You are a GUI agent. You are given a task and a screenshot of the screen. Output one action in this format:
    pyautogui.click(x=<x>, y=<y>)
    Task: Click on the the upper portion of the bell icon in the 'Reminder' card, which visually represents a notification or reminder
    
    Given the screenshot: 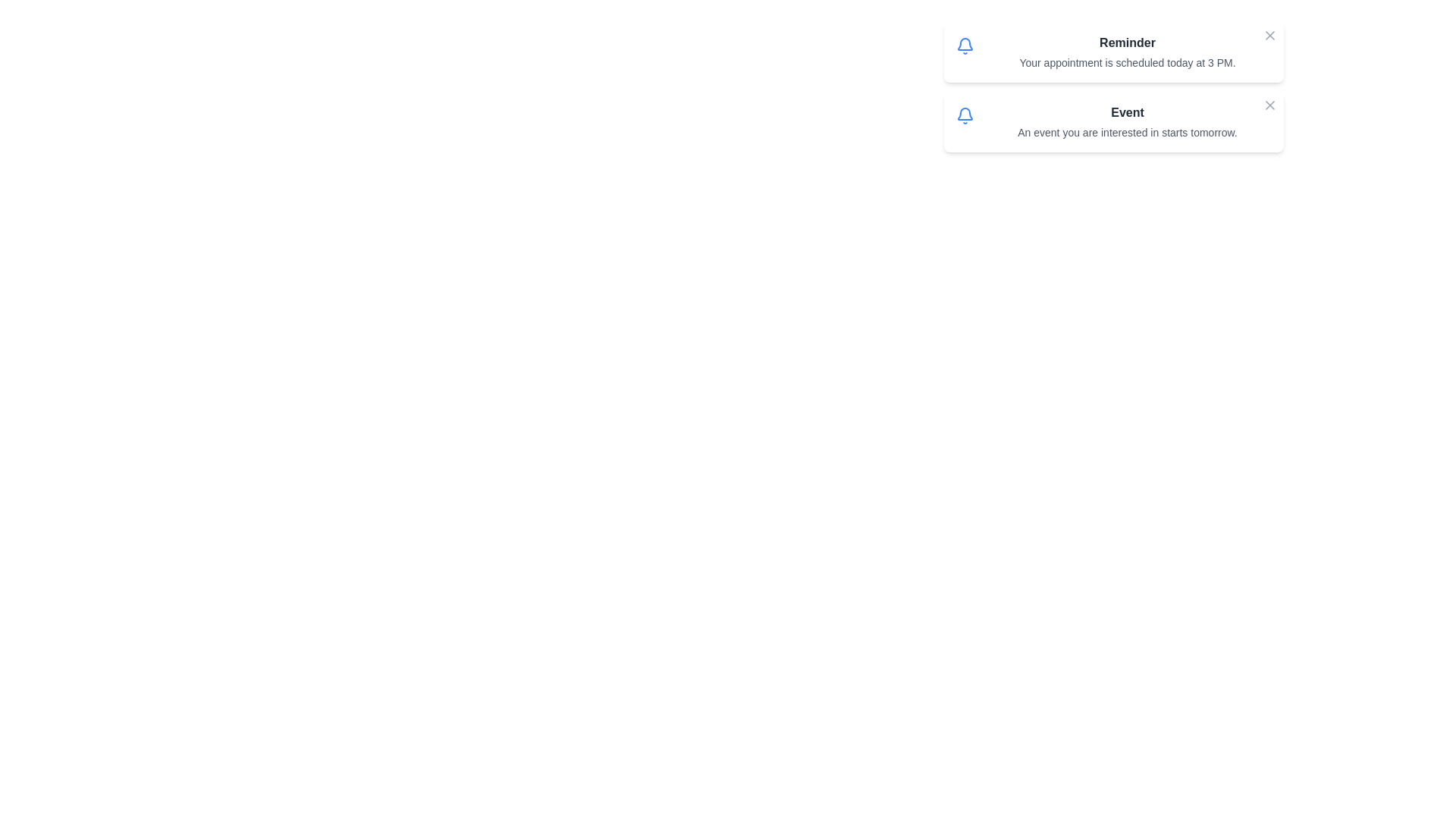 What is the action you would take?
    pyautogui.click(x=964, y=43)
    